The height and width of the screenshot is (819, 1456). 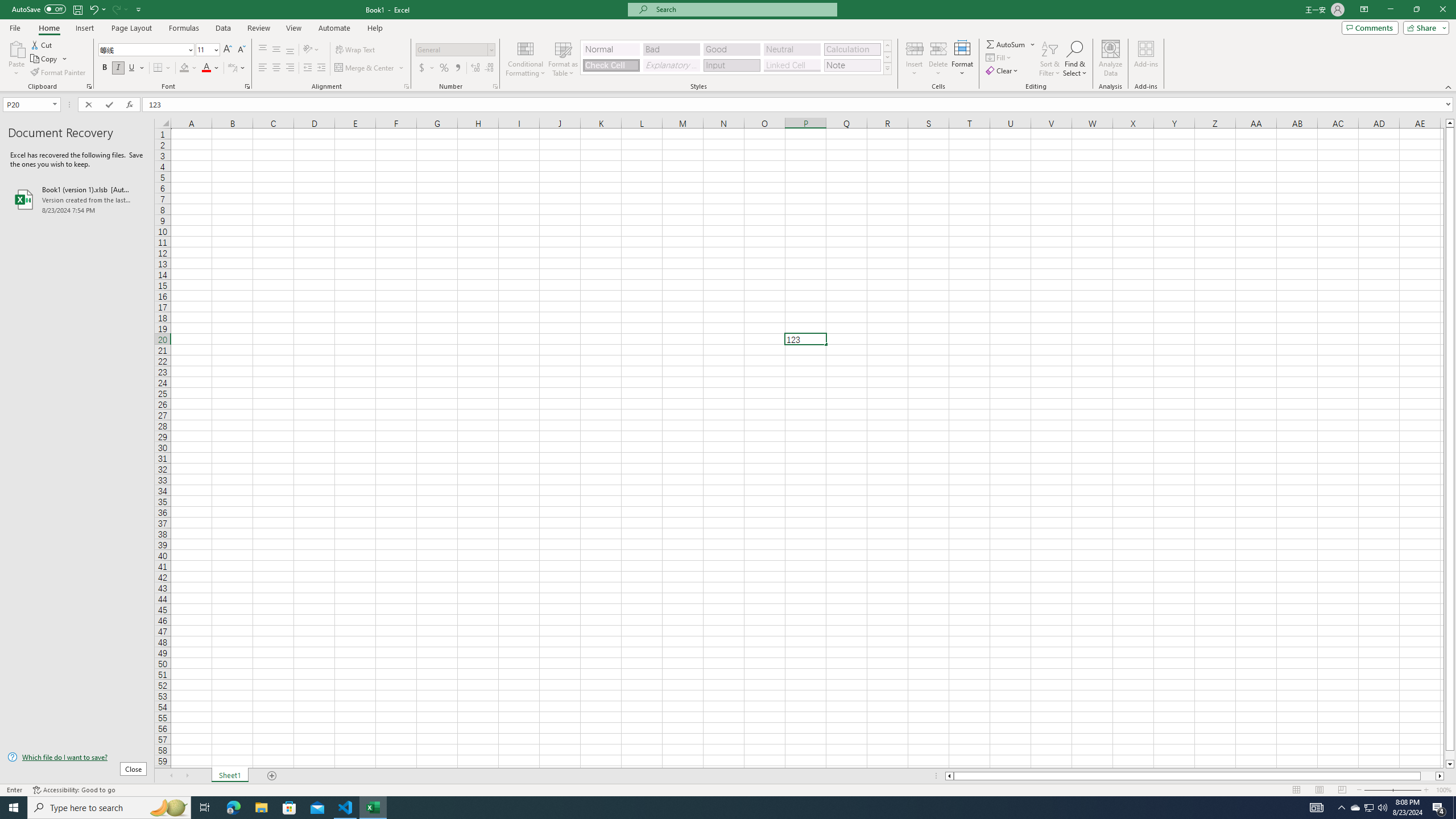 I want to click on 'Undo', so click(x=97, y=9).